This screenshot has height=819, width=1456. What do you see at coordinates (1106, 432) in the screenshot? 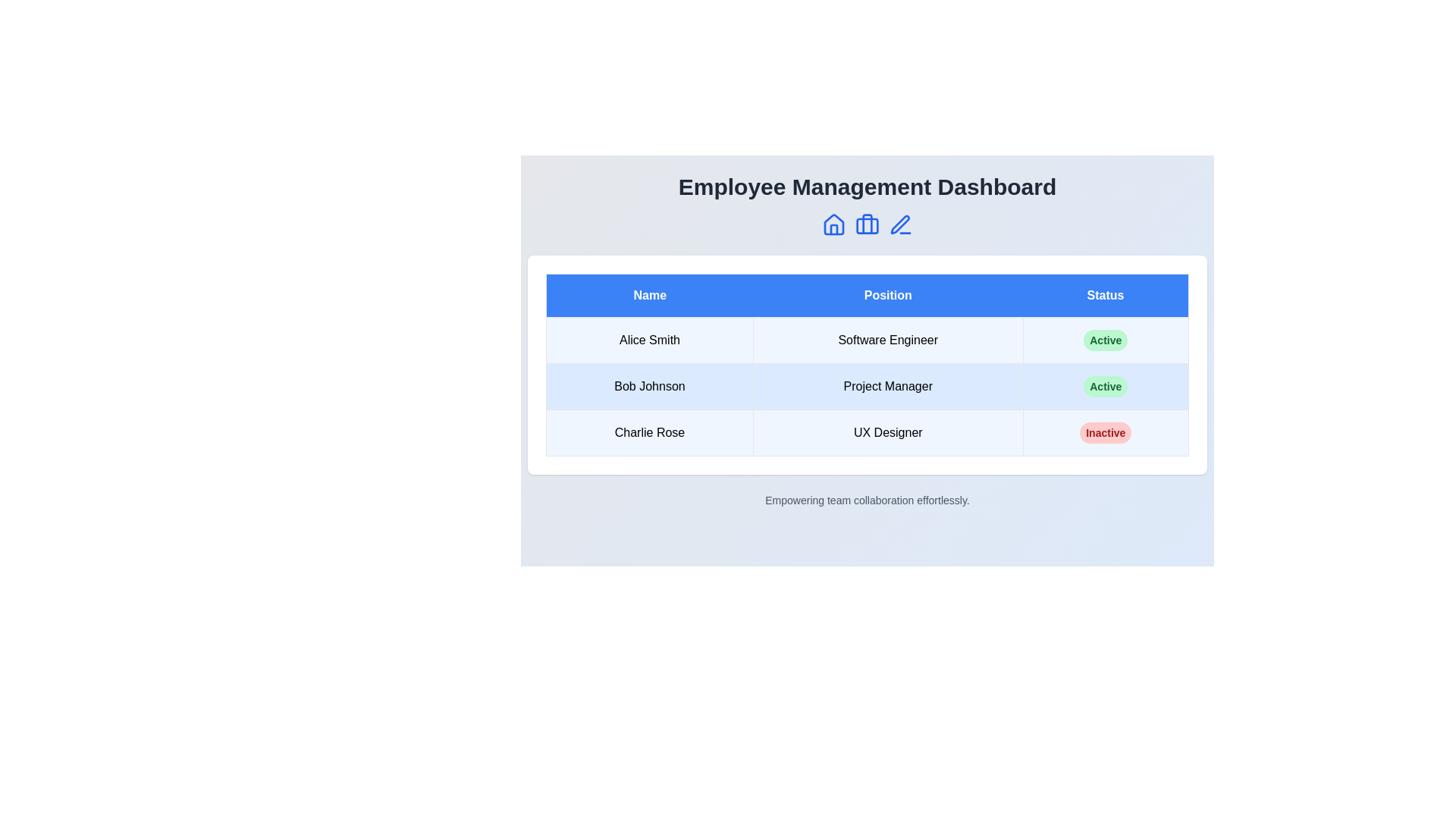
I see `the 'Inactive' status label for 'Charlie Rose' located in the 'Status' column of the third row in the table` at bounding box center [1106, 432].